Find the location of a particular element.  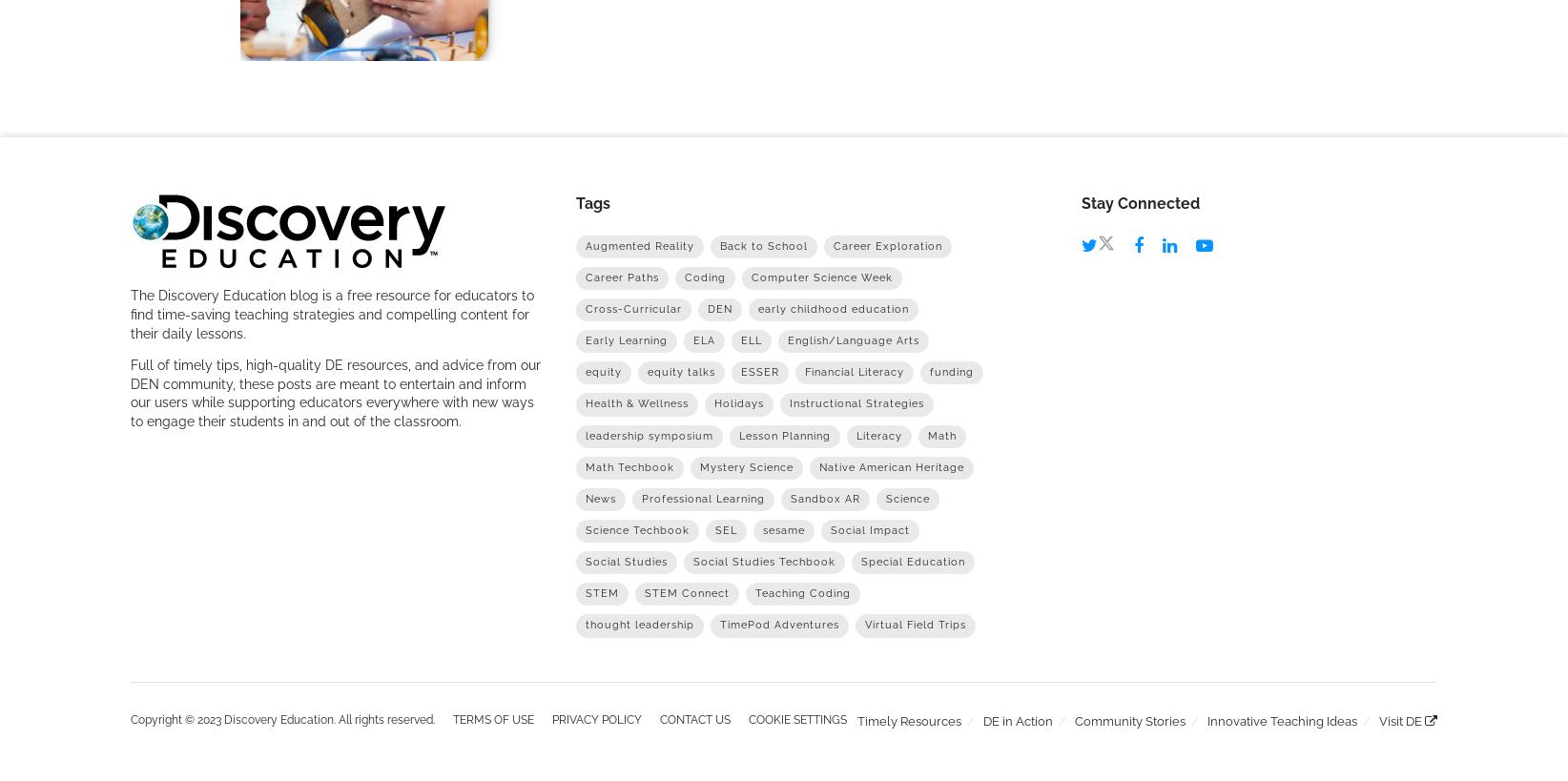

'Coding' is located at coordinates (683, 276).